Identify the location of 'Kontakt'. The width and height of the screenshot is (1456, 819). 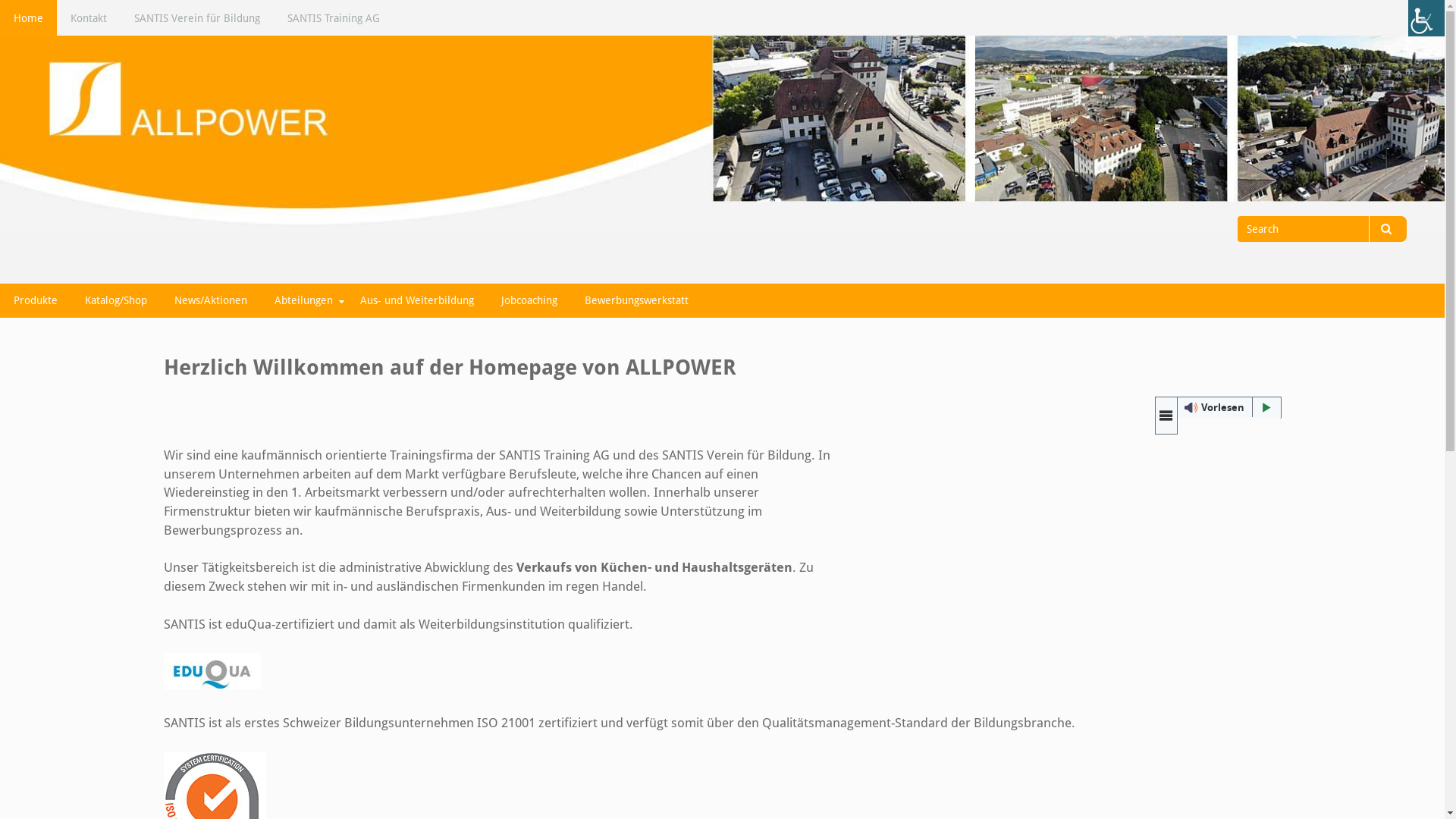
(57, 17).